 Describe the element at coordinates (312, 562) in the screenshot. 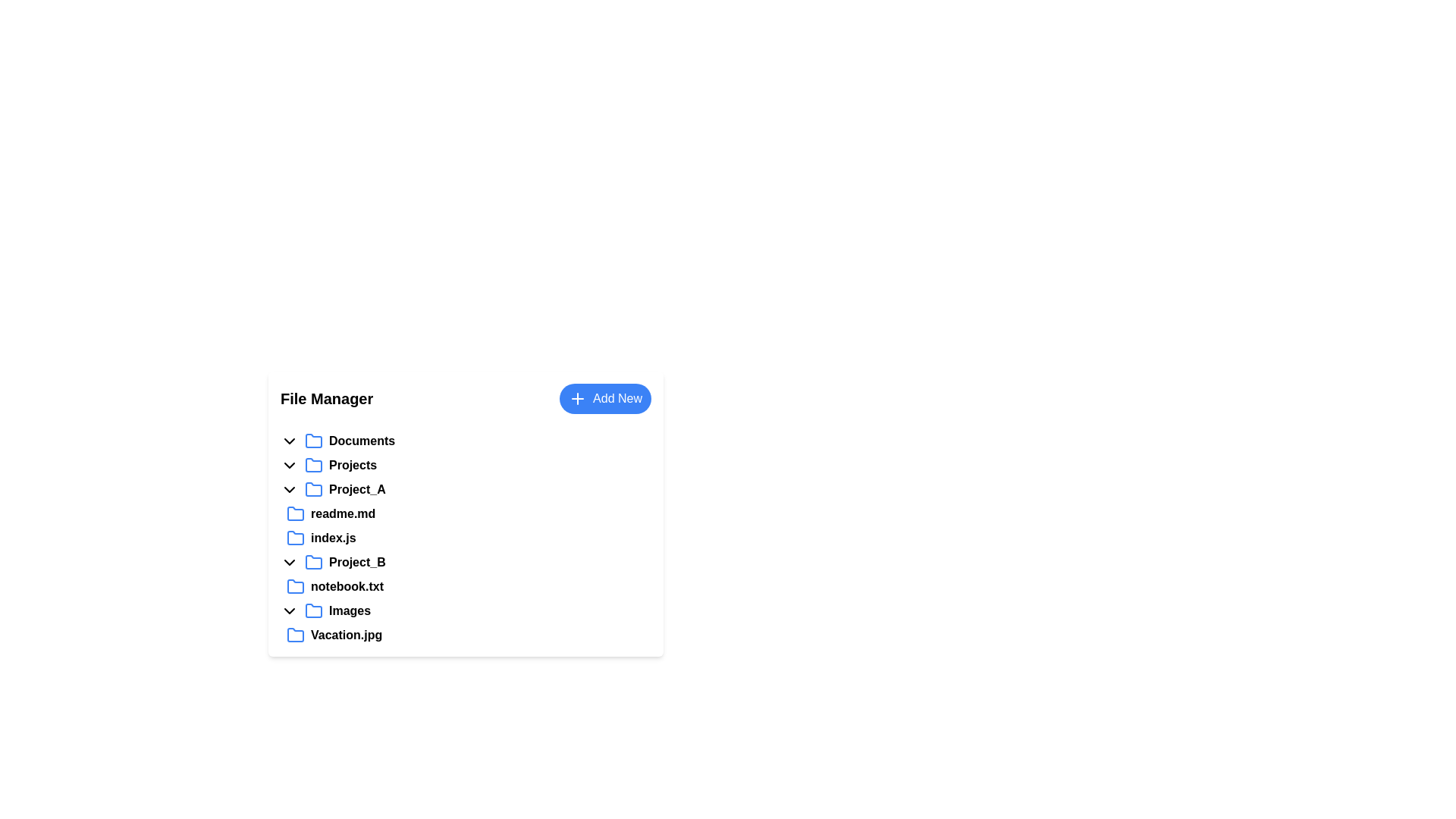

I see `the blue folder icon with rounded corners, located to the left of the 'Project_B' label` at that location.